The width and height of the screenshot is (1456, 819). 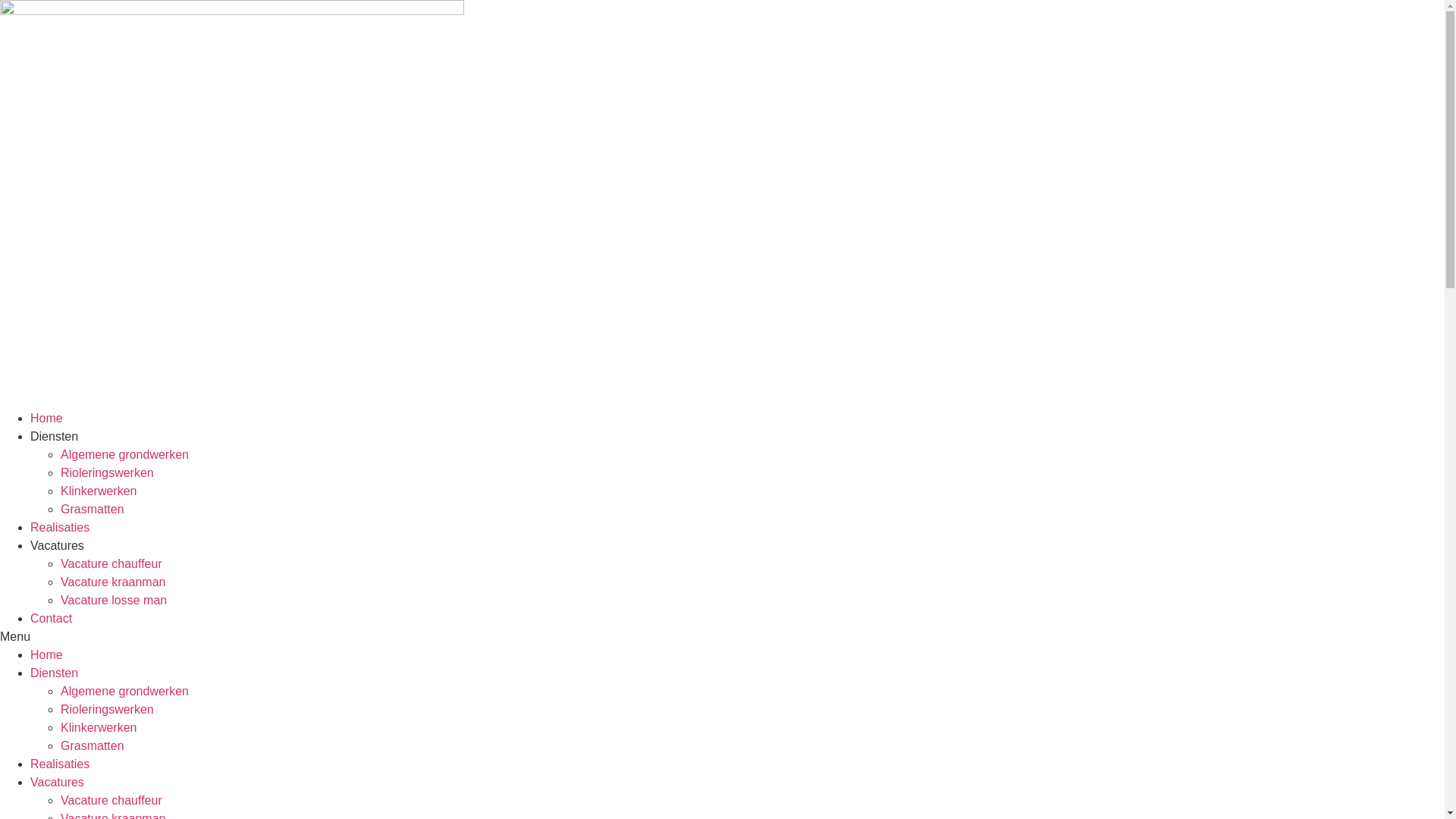 What do you see at coordinates (124, 453) in the screenshot?
I see `'Algemene grondwerken'` at bounding box center [124, 453].